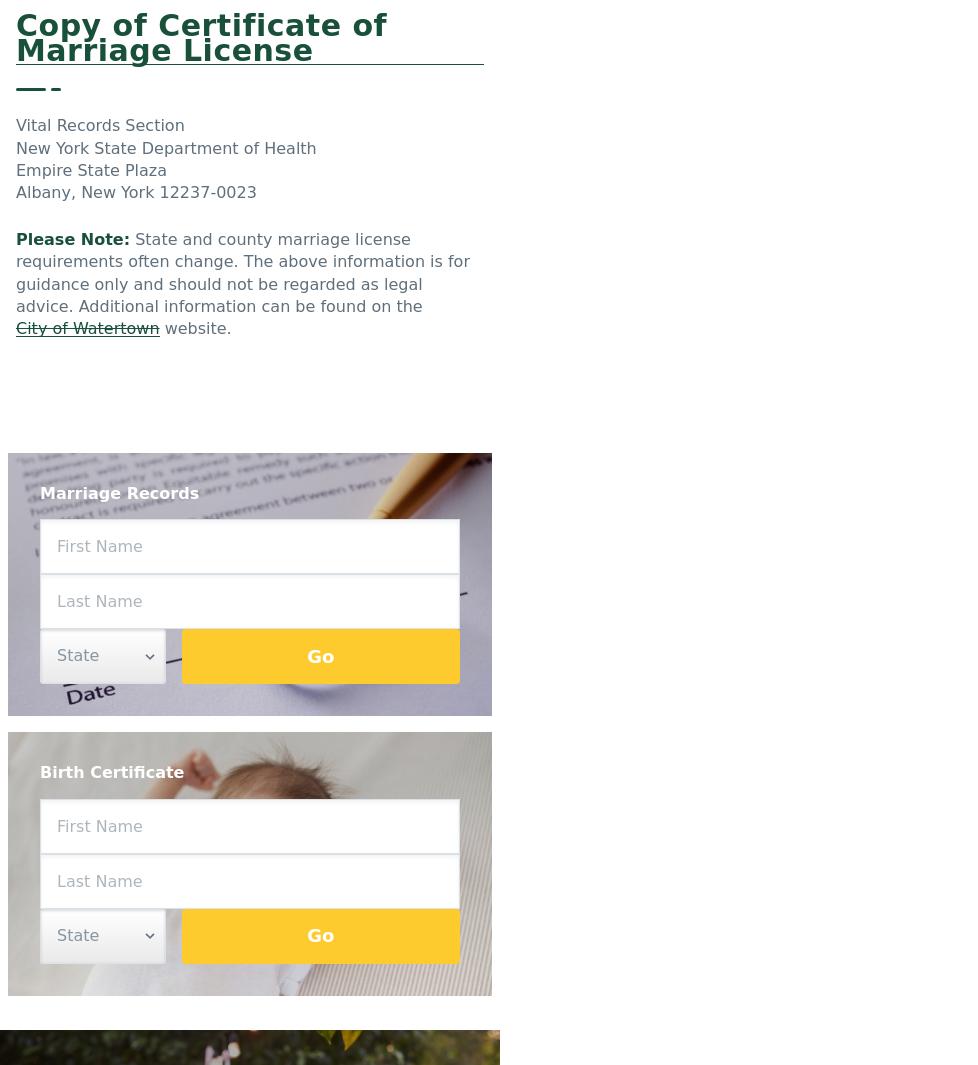 This screenshot has width=978, height=1065. Describe the element at coordinates (99, 124) in the screenshot. I see `'Vital Records Section'` at that location.